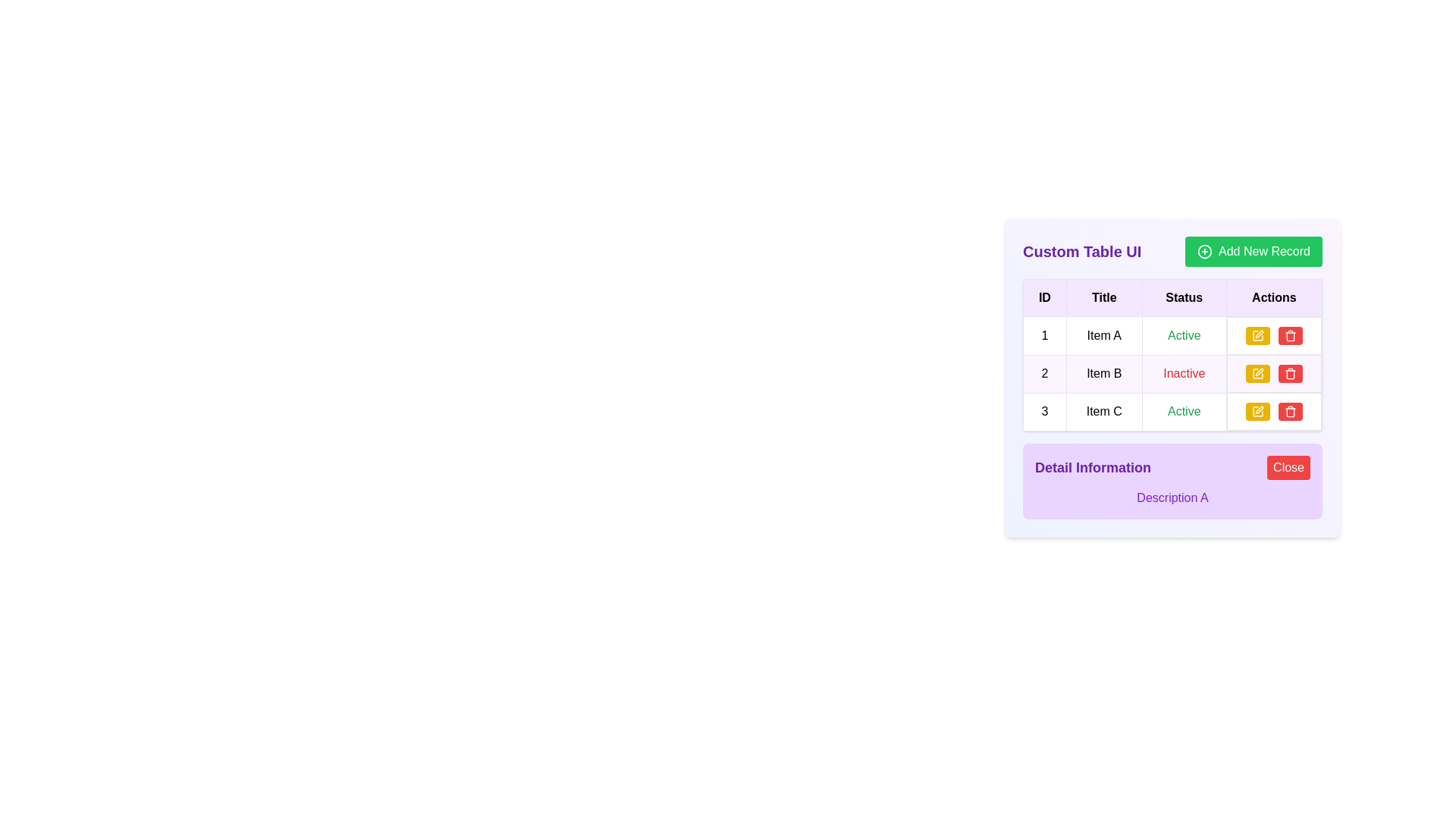 Image resolution: width=1456 pixels, height=819 pixels. Describe the element at coordinates (1290, 374) in the screenshot. I see `the delete button located in the Actions column of the second row, which is associated with Item B` at that location.